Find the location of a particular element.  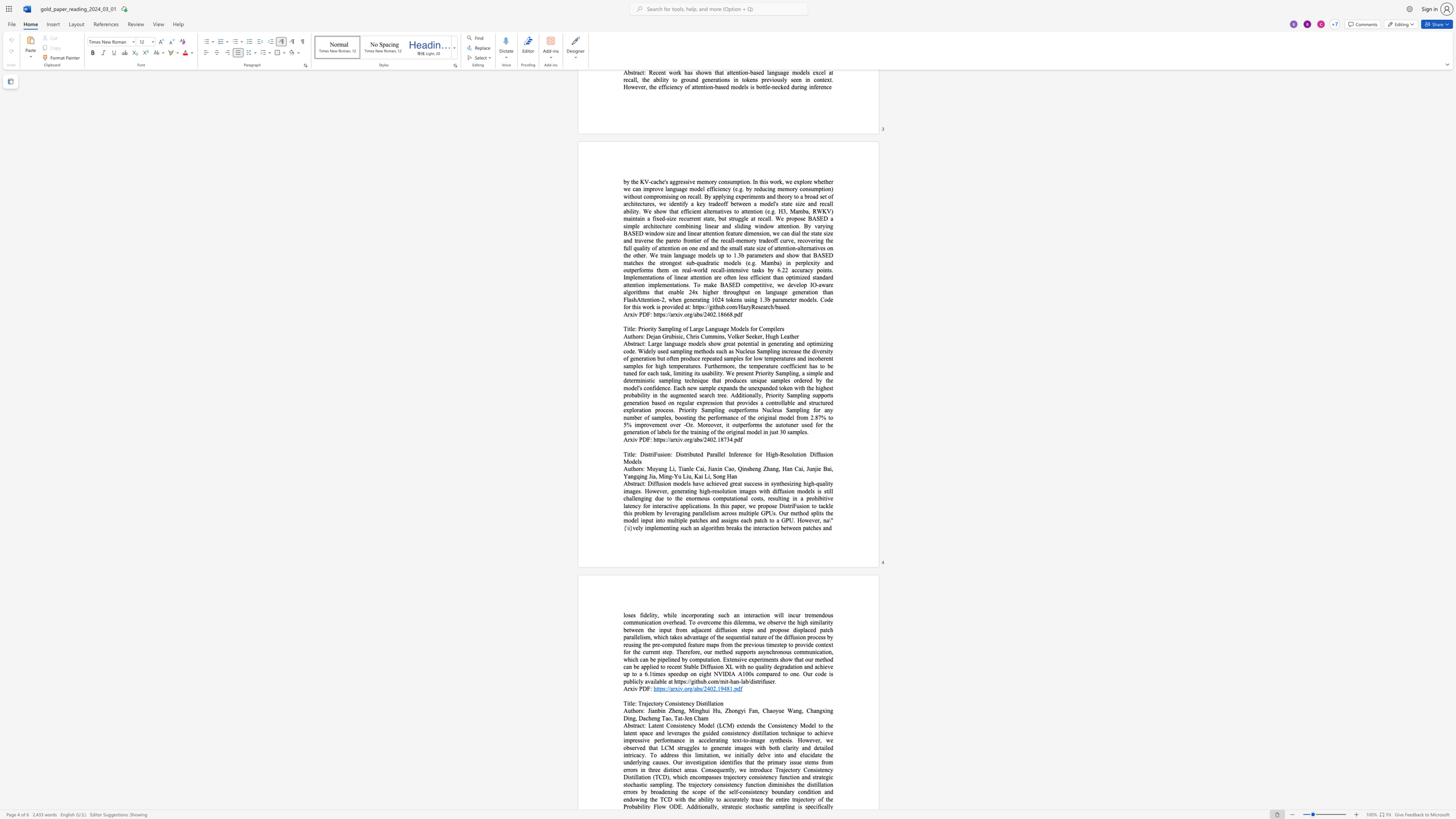

the space between the continuous character "a" and "c" in the text is located at coordinates (639, 483).